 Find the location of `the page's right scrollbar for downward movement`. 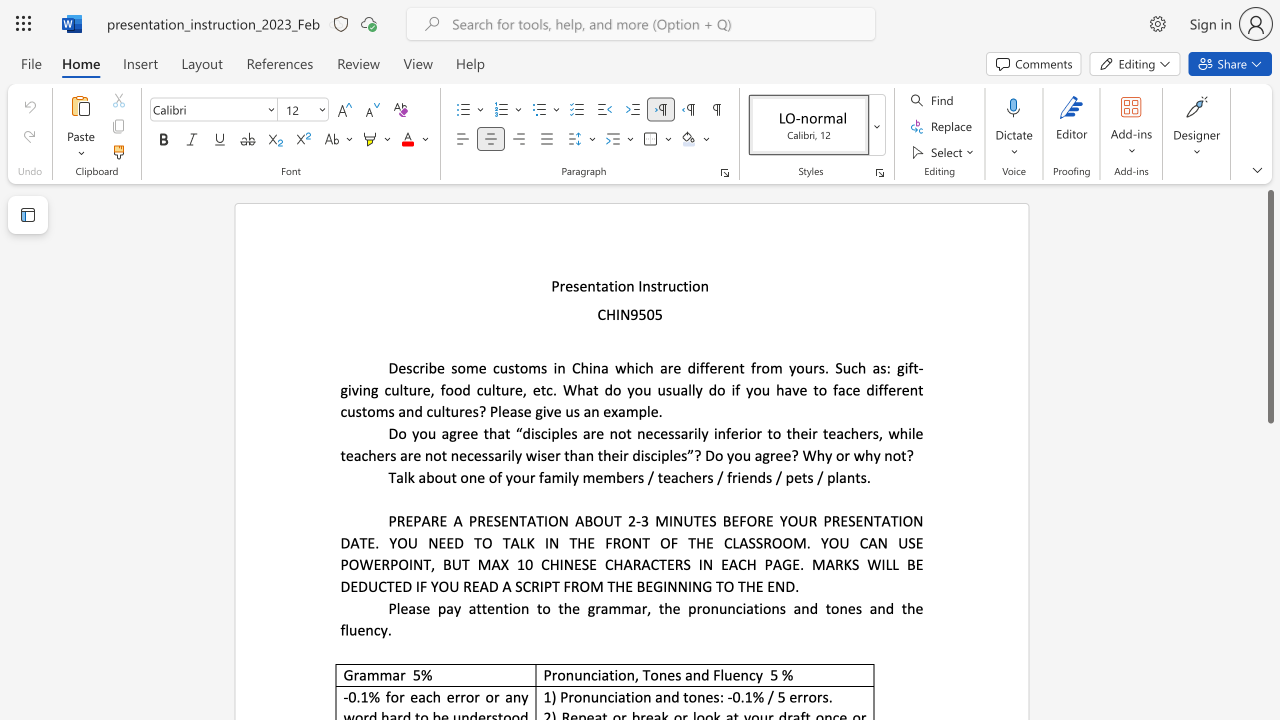

the page's right scrollbar for downward movement is located at coordinates (1269, 490).